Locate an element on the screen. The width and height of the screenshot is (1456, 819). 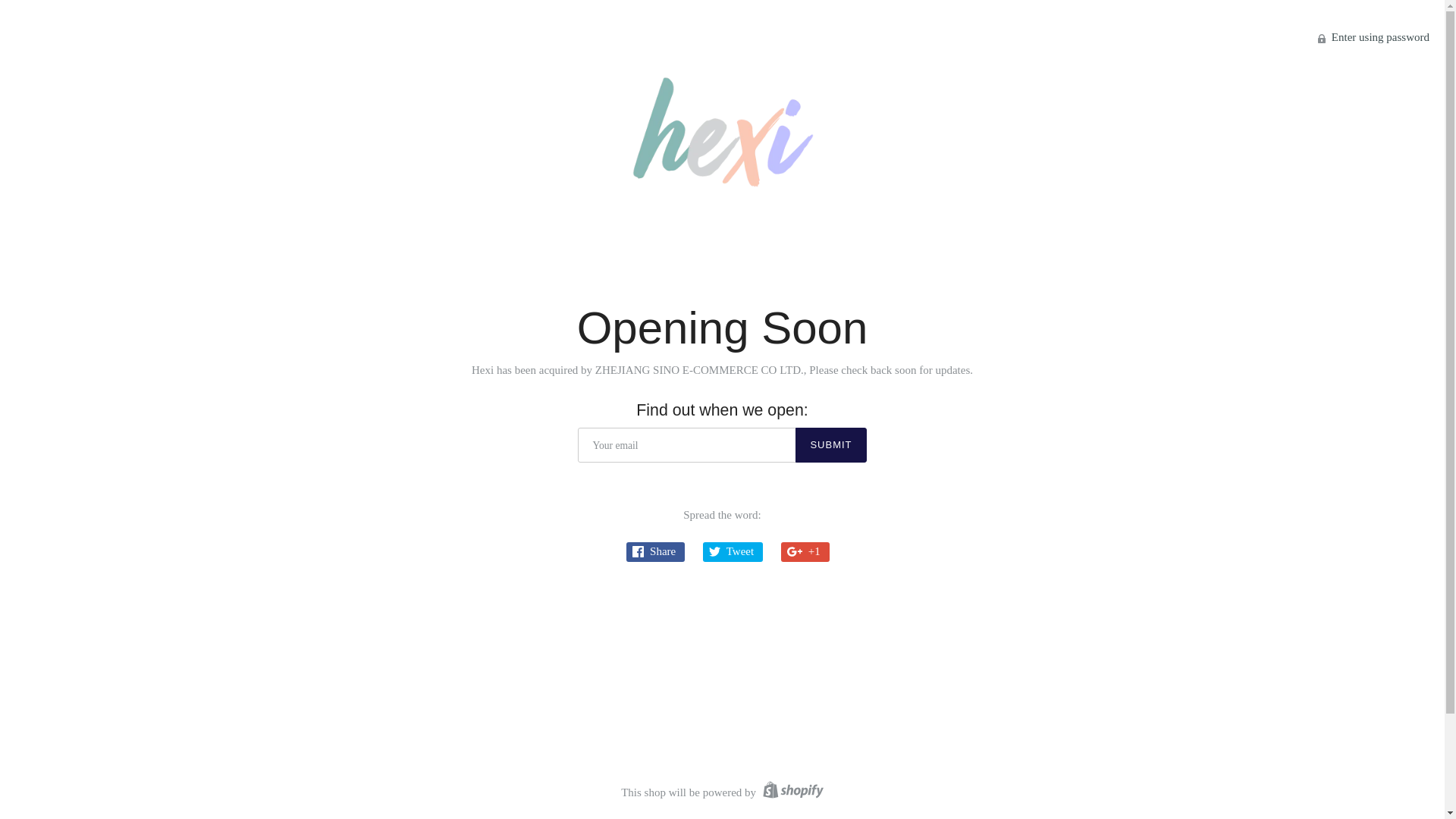
'Facebook Share' is located at coordinates (655, 552).